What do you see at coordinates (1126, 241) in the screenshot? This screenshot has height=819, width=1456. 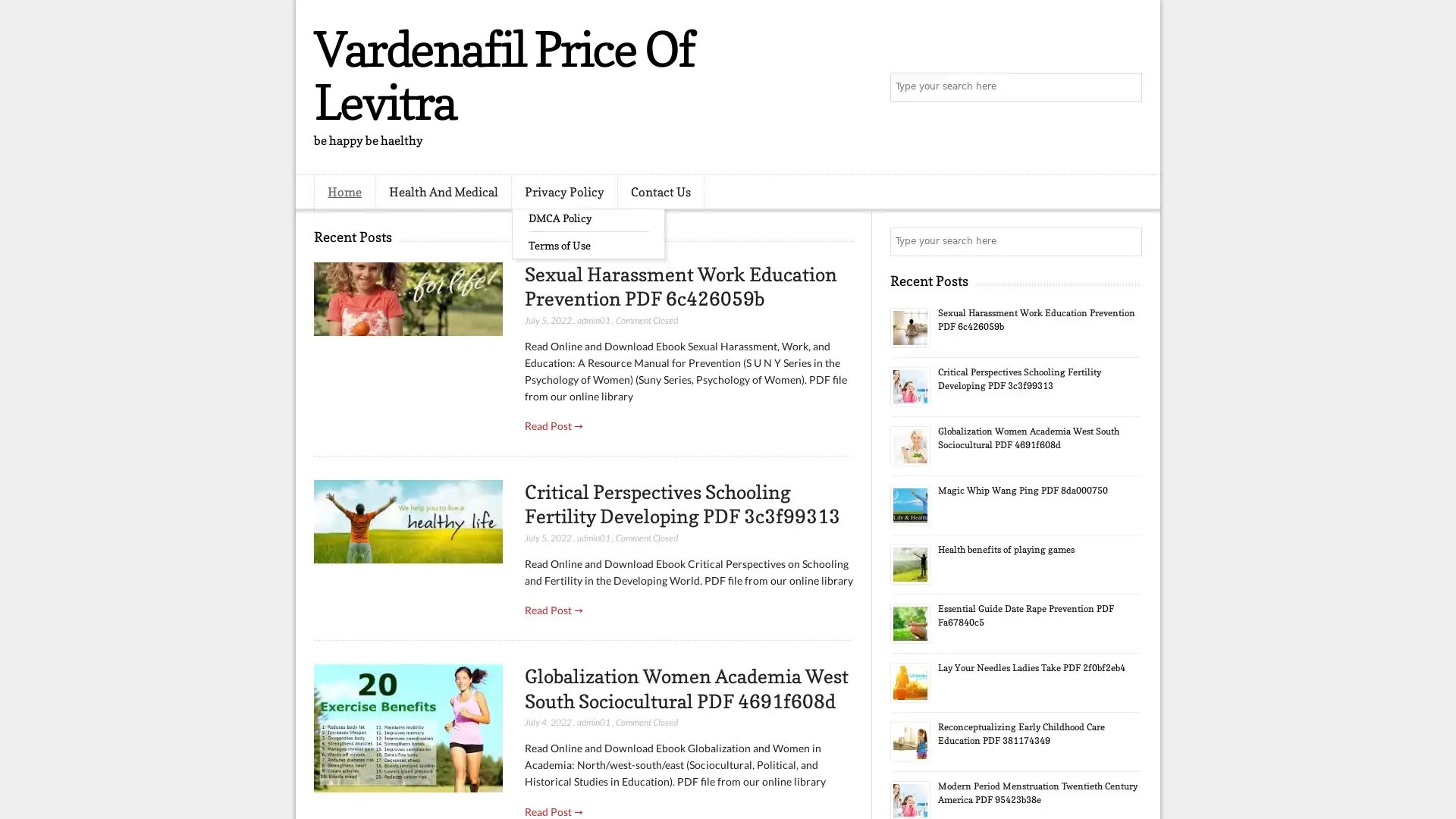 I see `Search` at bounding box center [1126, 241].